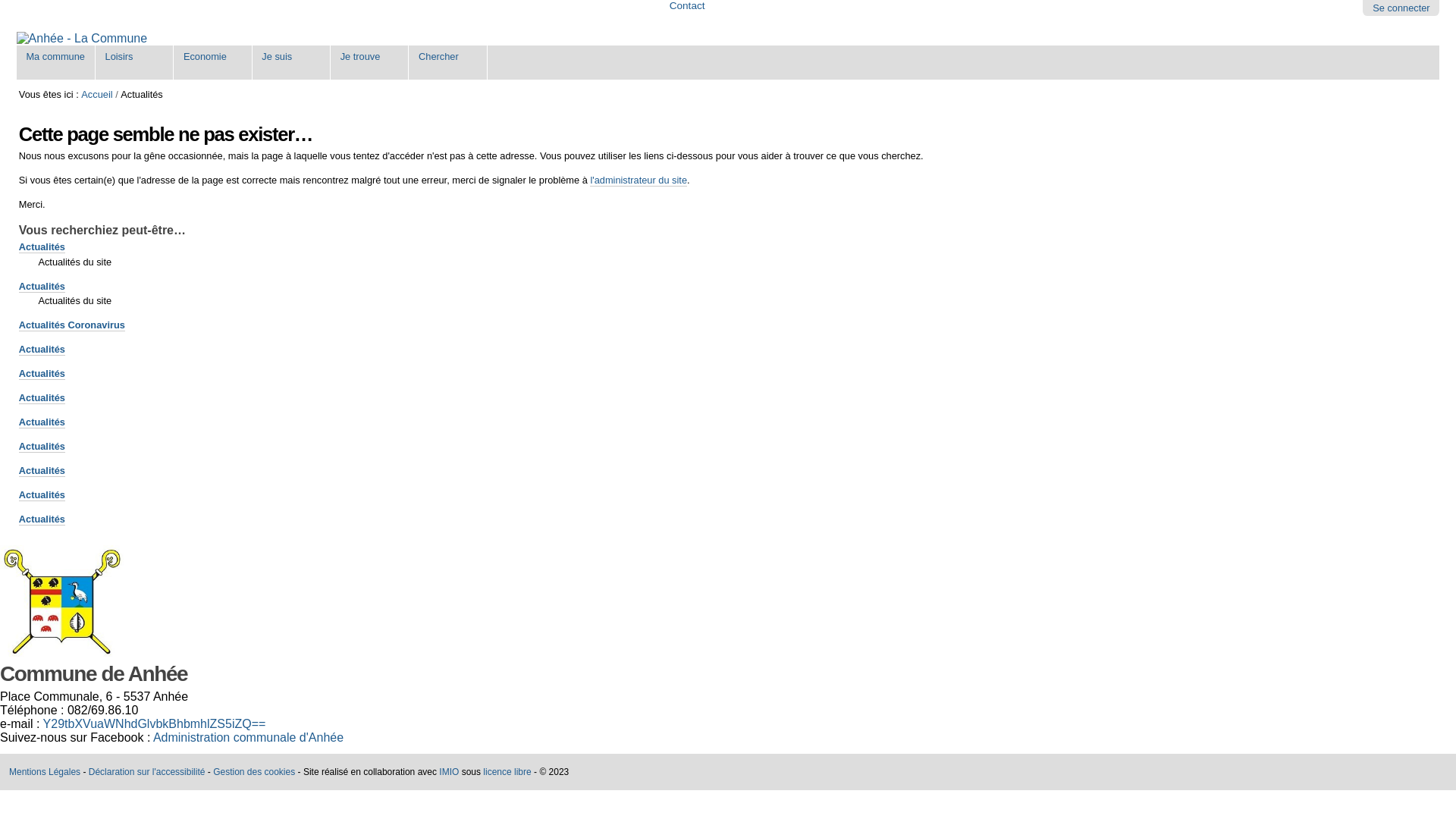 The width and height of the screenshot is (1456, 819). I want to click on 'Je trouve', so click(369, 61).